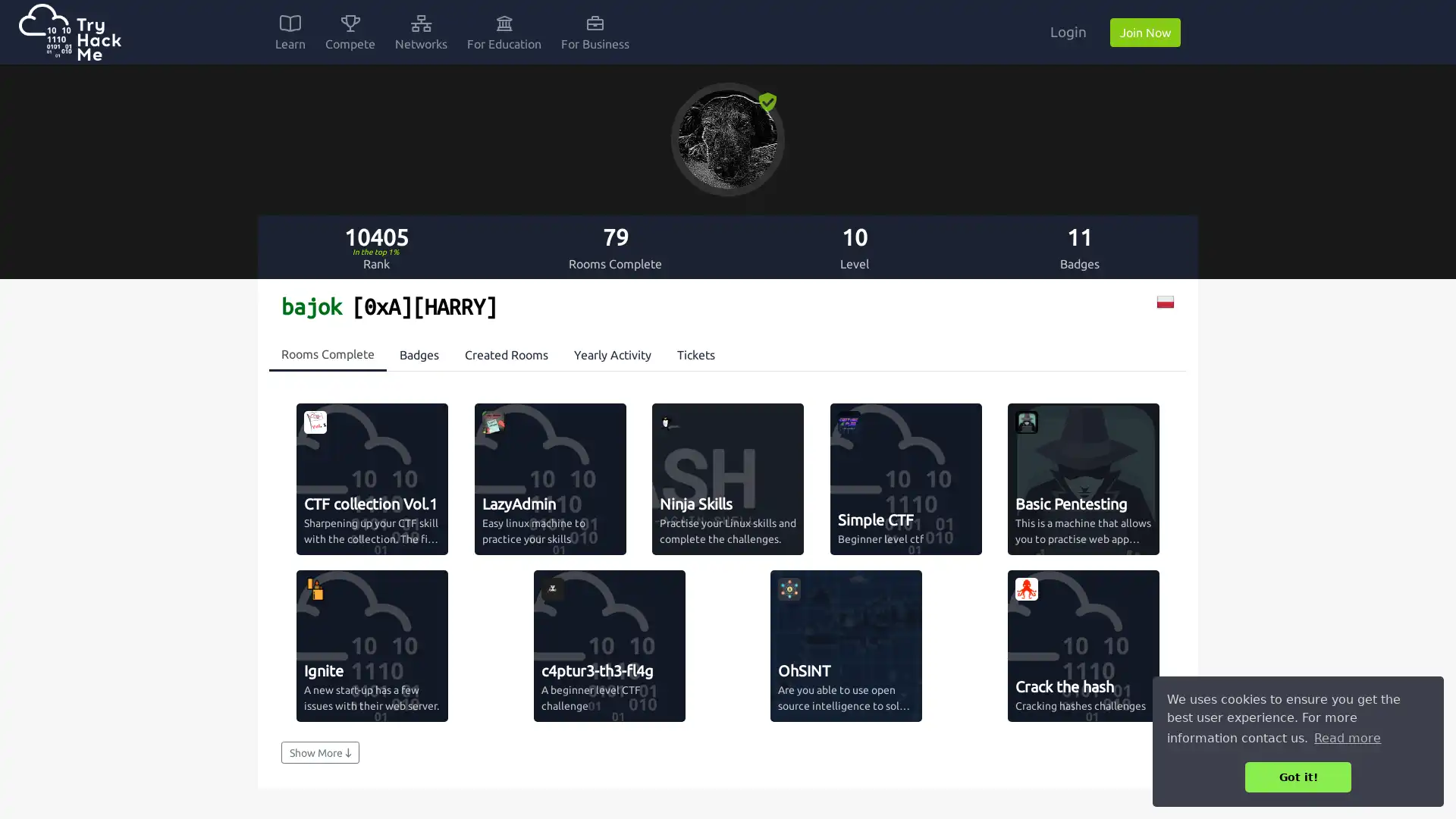  Describe the element at coordinates (1145, 32) in the screenshot. I see `Join Now` at that location.